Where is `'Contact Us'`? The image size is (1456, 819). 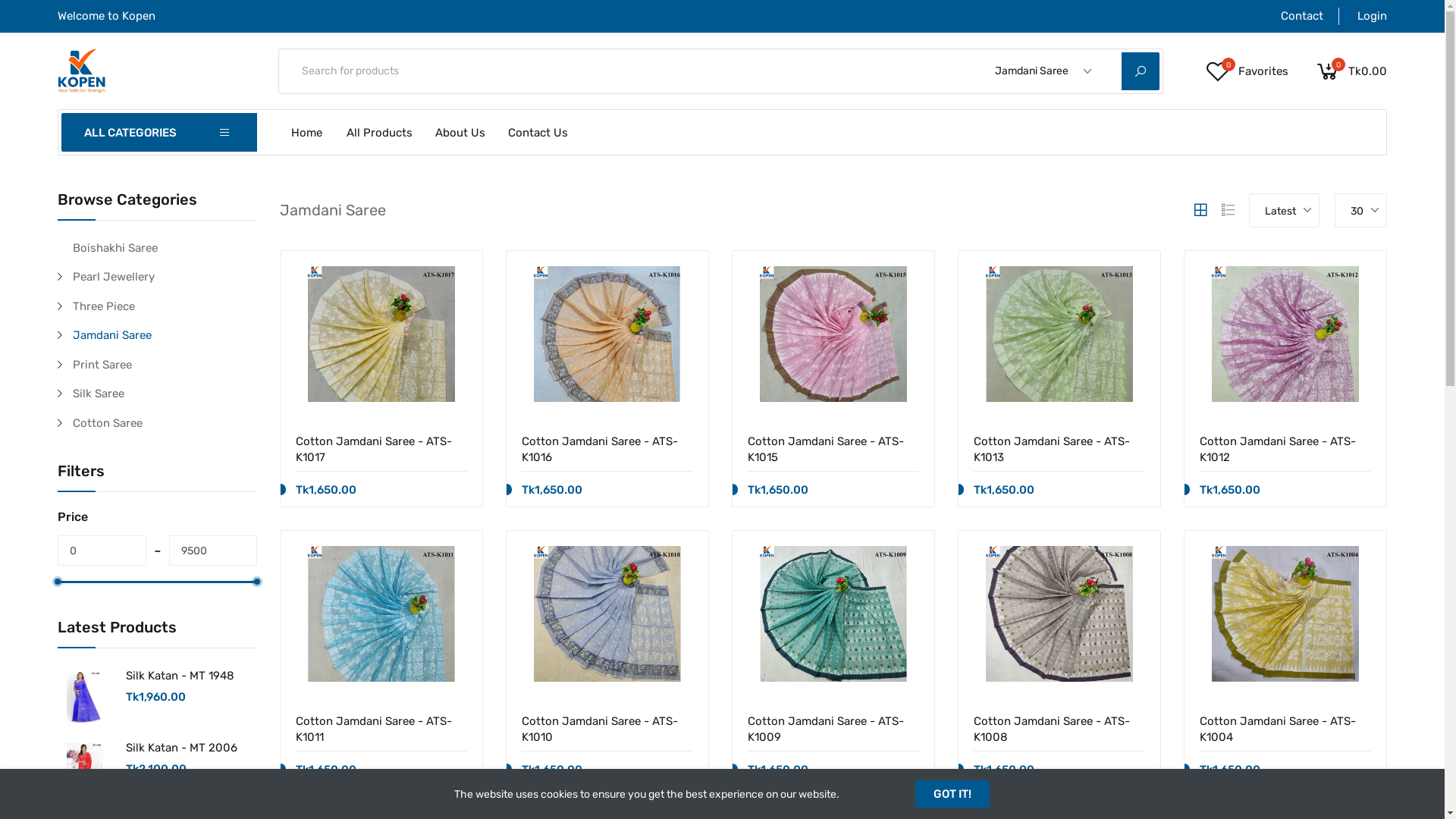
'Contact Us' is located at coordinates (538, 130).